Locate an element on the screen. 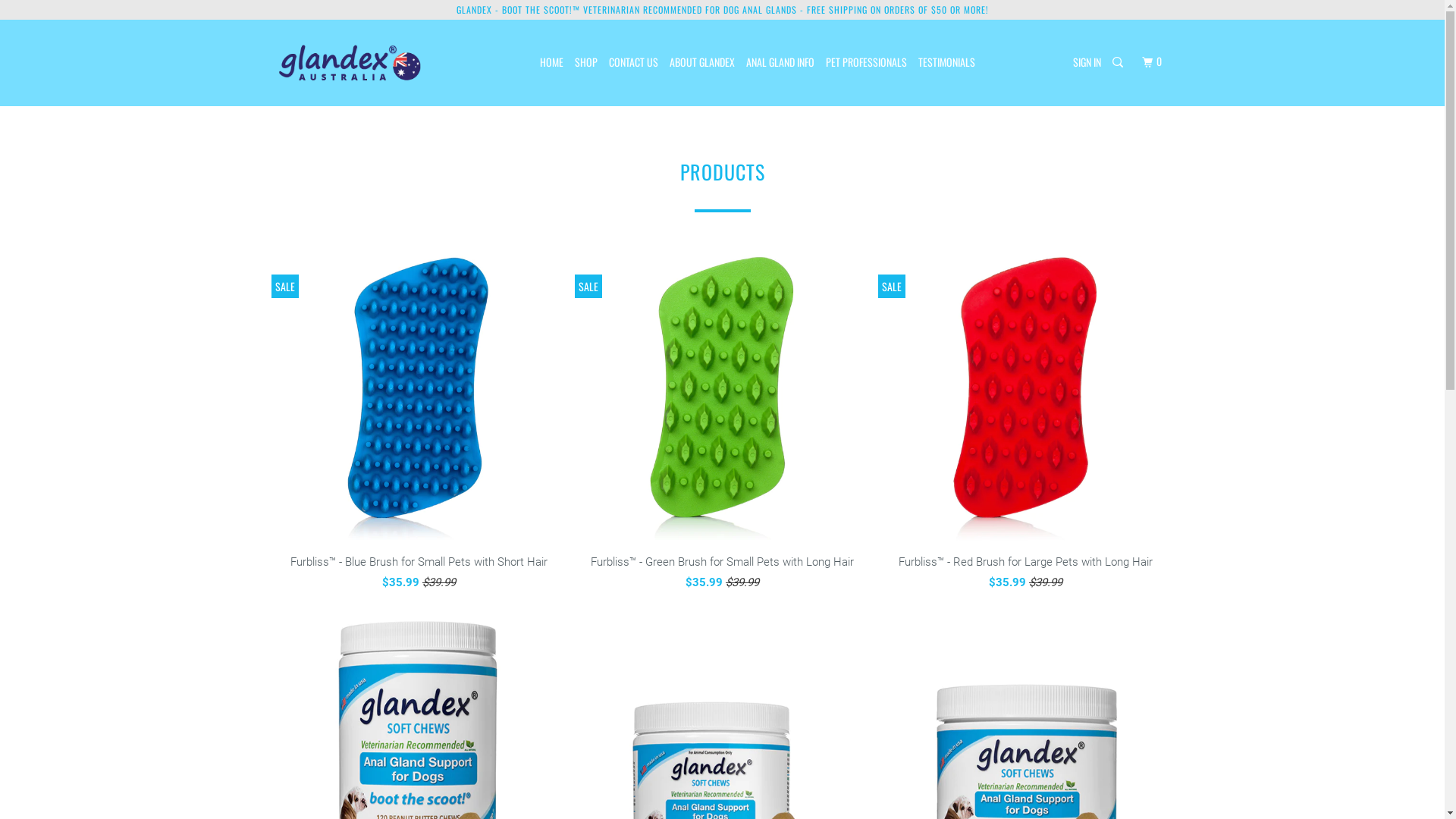 The image size is (1456, 819). 'PET PROFESSIONALS' is located at coordinates (866, 61).